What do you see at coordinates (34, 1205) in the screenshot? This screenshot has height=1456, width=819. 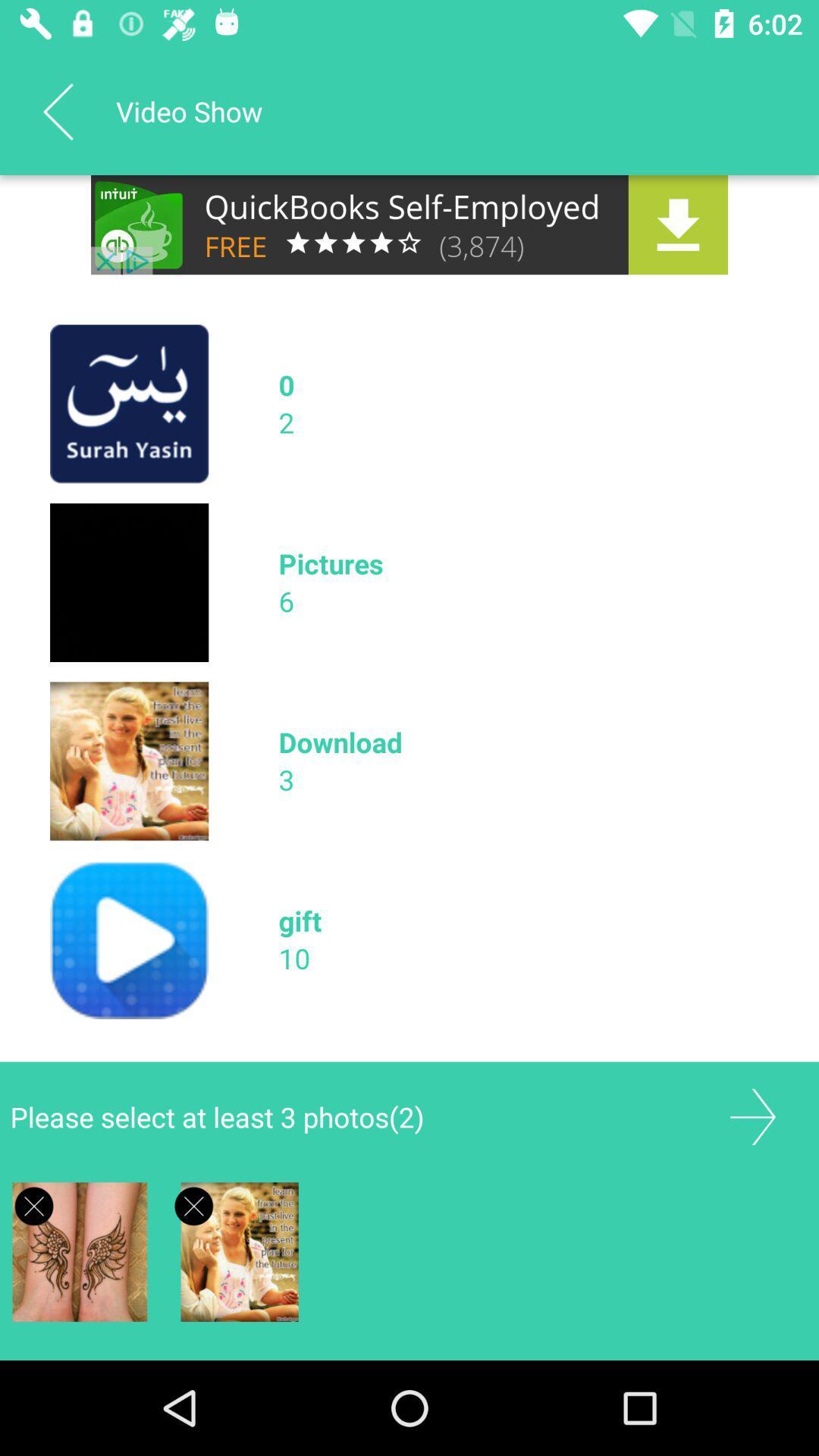 I see `advertisements` at bounding box center [34, 1205].